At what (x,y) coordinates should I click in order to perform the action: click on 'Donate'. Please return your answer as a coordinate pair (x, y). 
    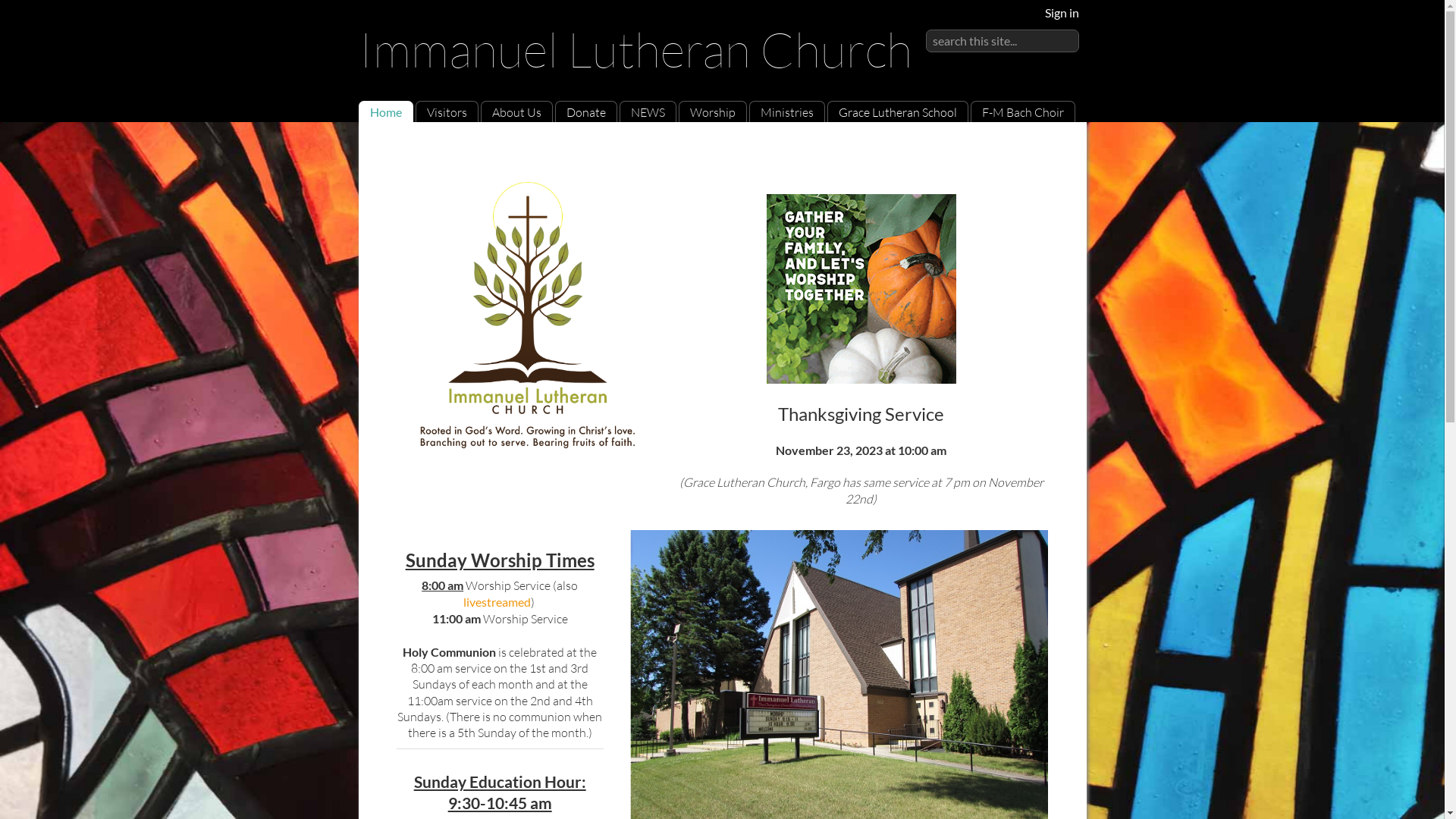
    Looking at the image, I should click on (585, 111).